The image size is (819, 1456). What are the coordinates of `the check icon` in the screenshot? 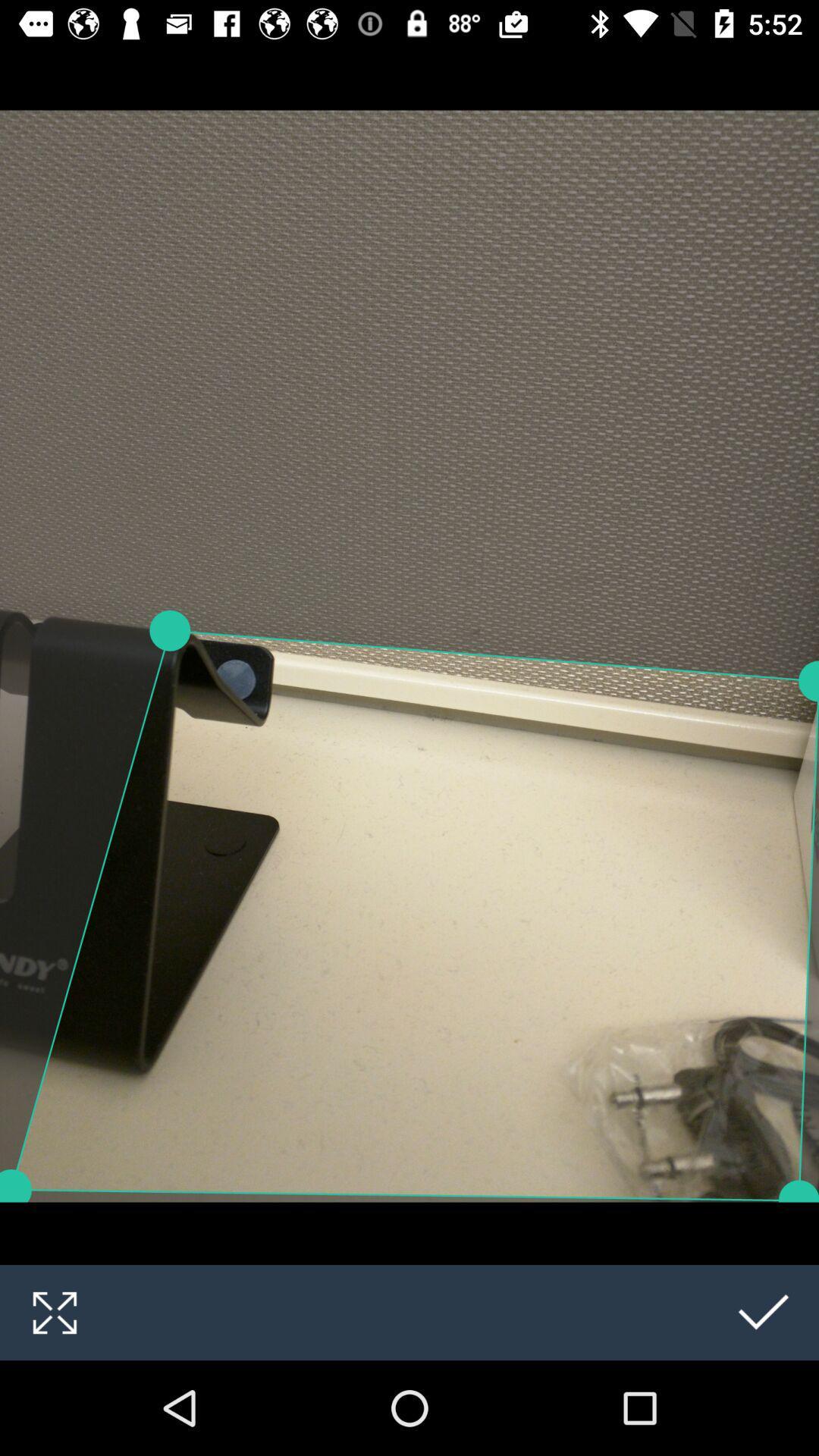 It's located at (764, 1312).